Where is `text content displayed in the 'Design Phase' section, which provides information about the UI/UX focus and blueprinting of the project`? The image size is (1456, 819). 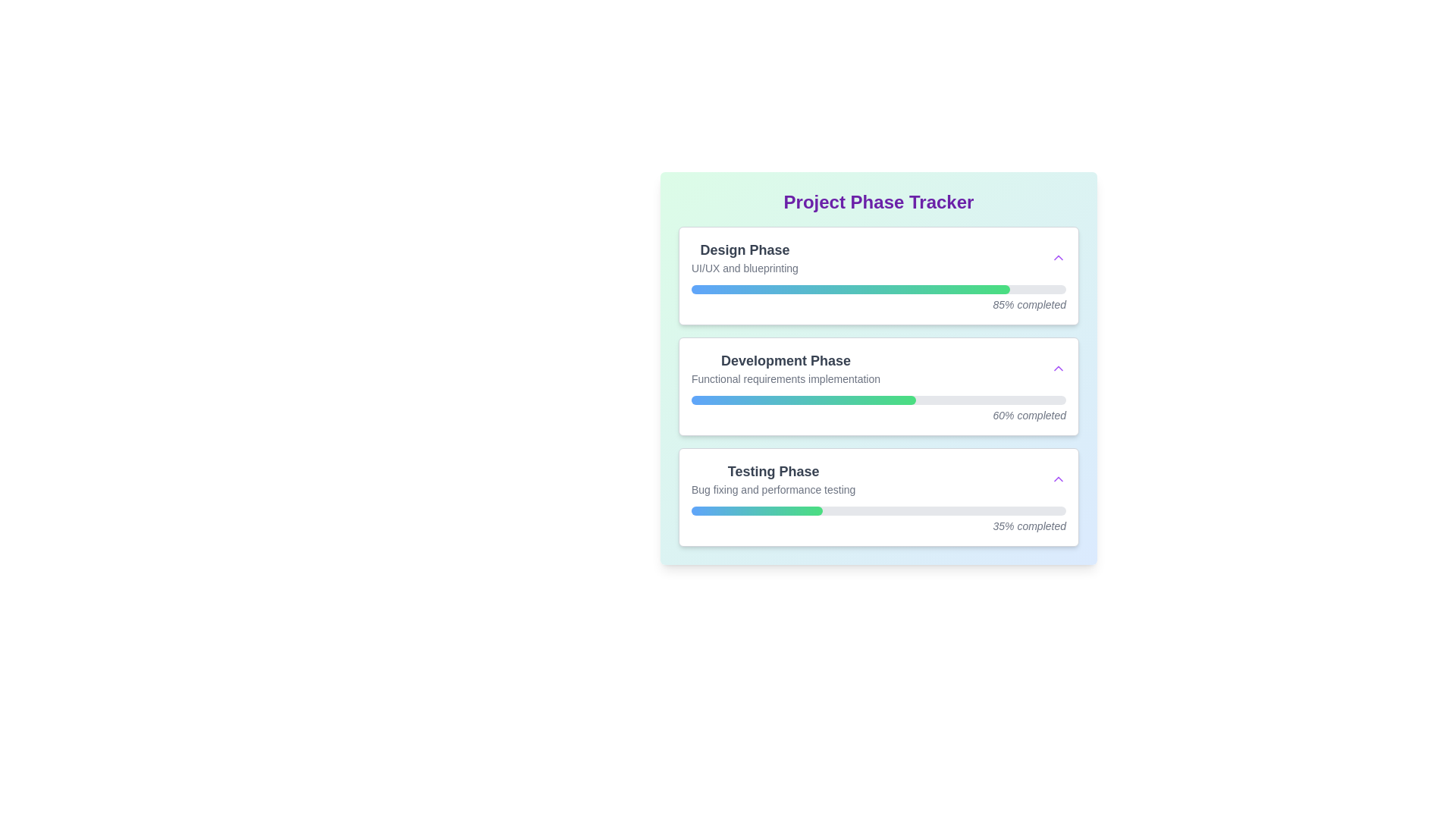
text content displayed in the 'Design Phase' section, which provides information about the UI/UX focus and blueprinting of the project is located at coordinates (745, 256).